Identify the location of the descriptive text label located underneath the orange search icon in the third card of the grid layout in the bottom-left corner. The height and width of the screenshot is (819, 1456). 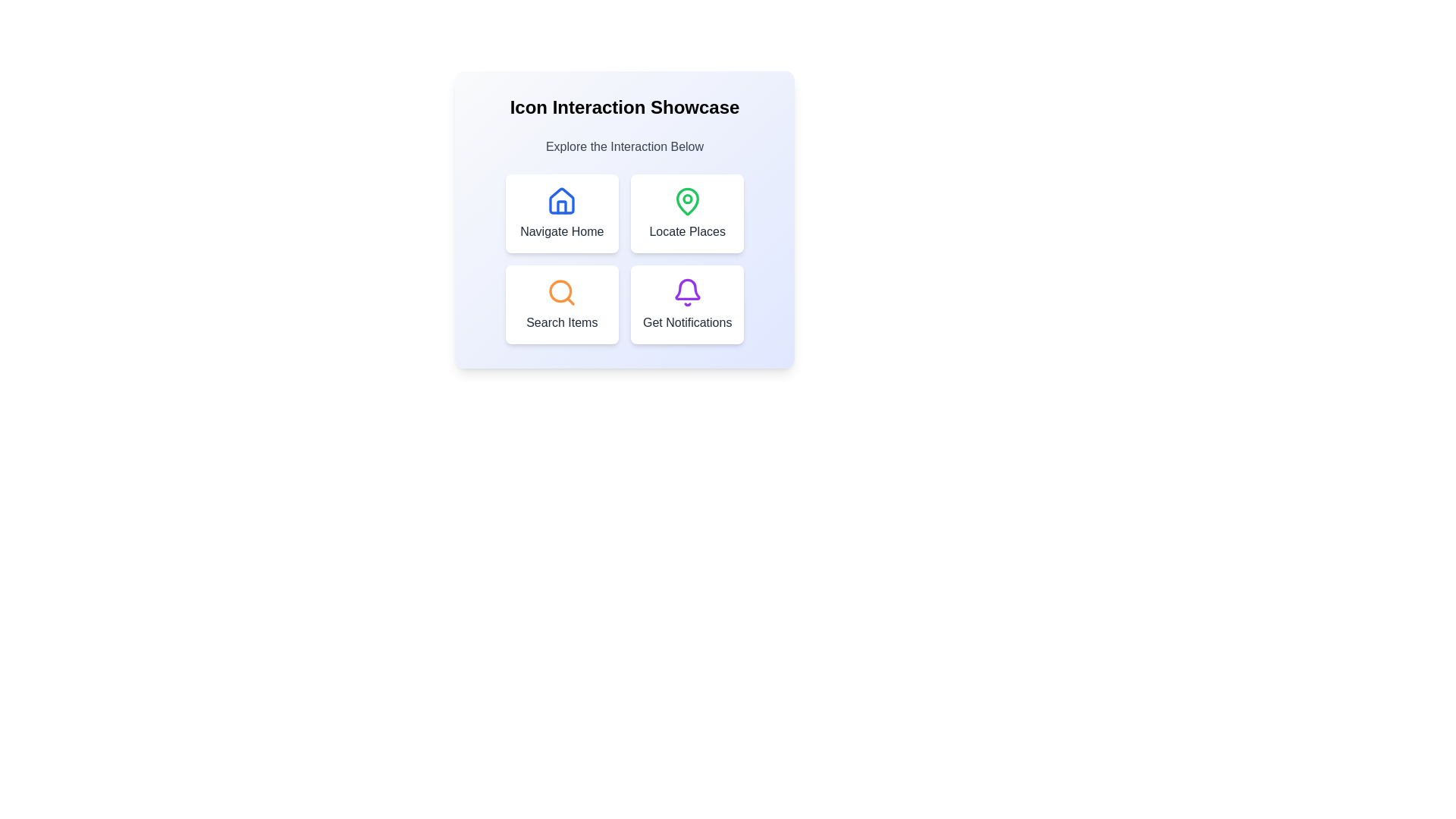
(561, 322).